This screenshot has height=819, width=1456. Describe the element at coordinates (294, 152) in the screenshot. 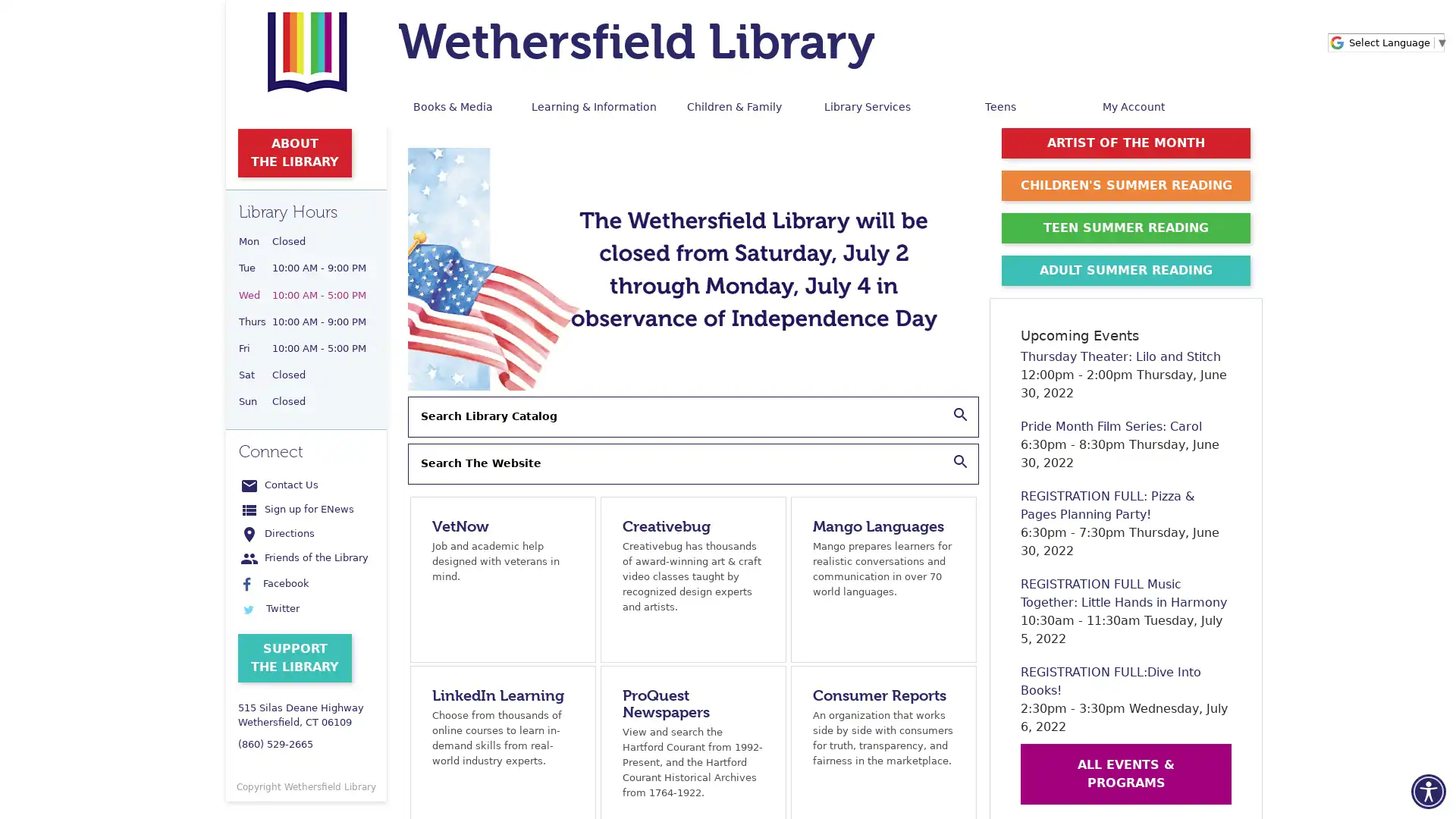

I see `ABOUT THE LIBRARY` at that location.